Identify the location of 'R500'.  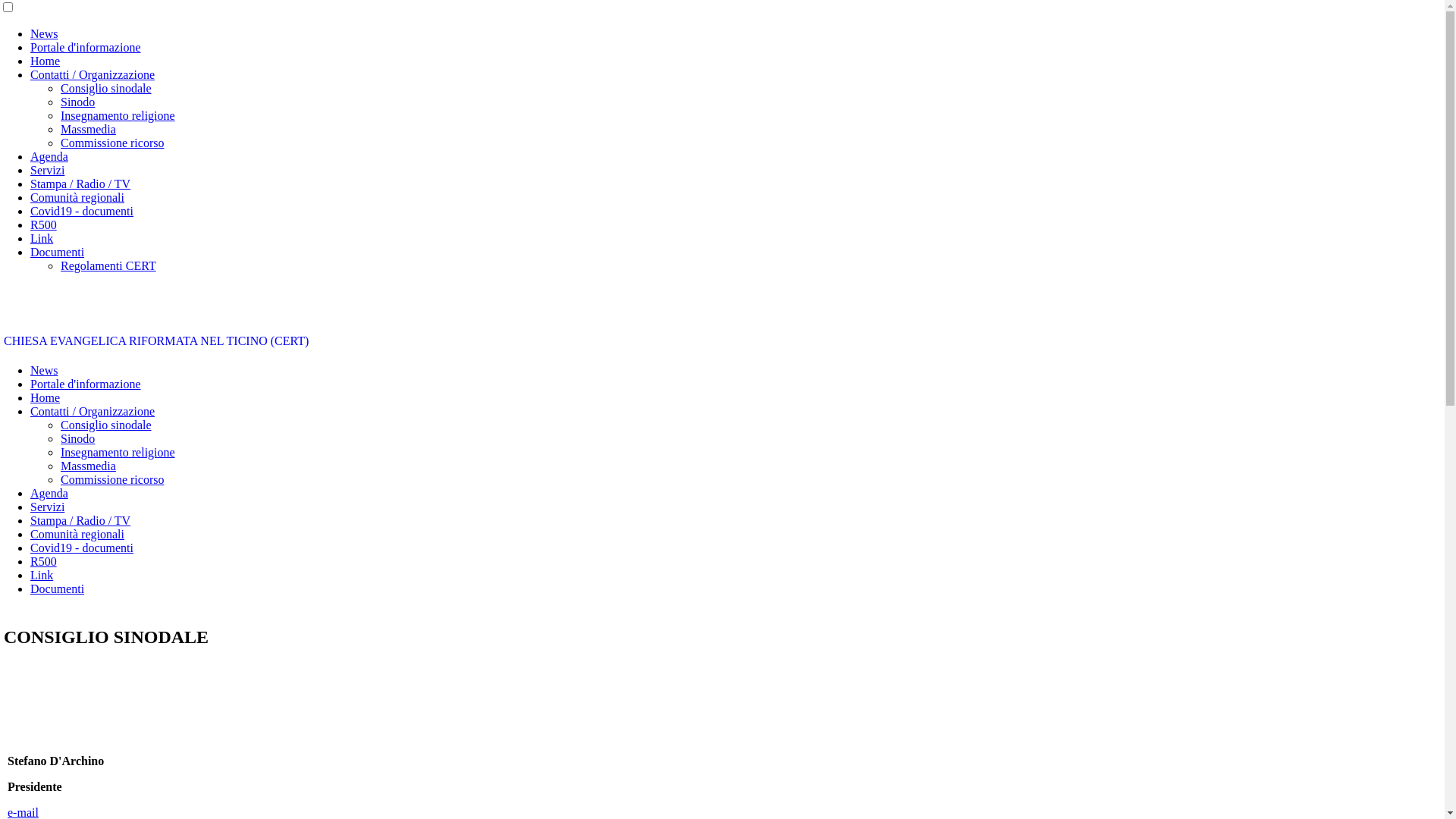
(43, 561).